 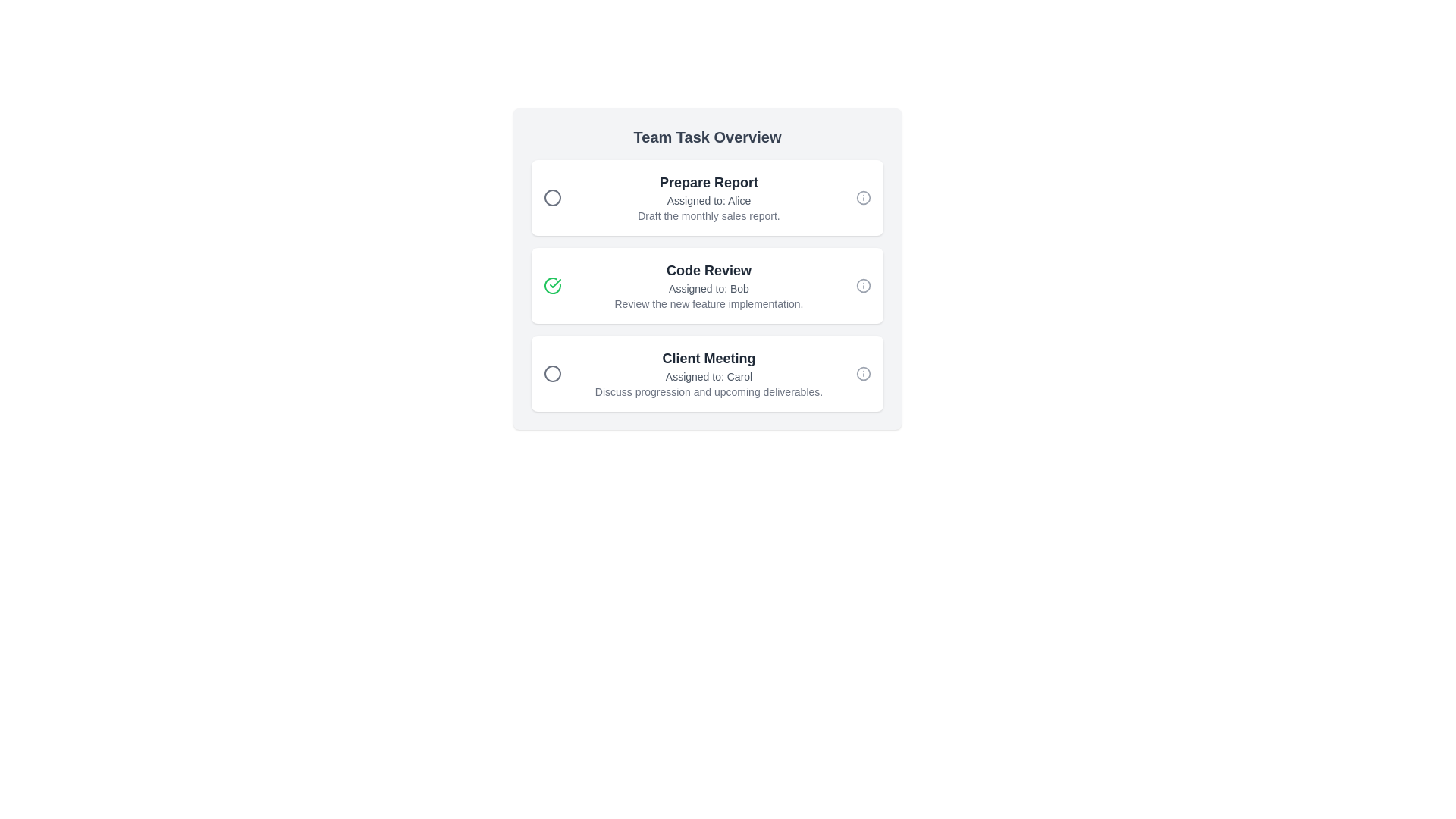 I want to click on the 'Prepare Report' text block element, so click(x=708, y=197).